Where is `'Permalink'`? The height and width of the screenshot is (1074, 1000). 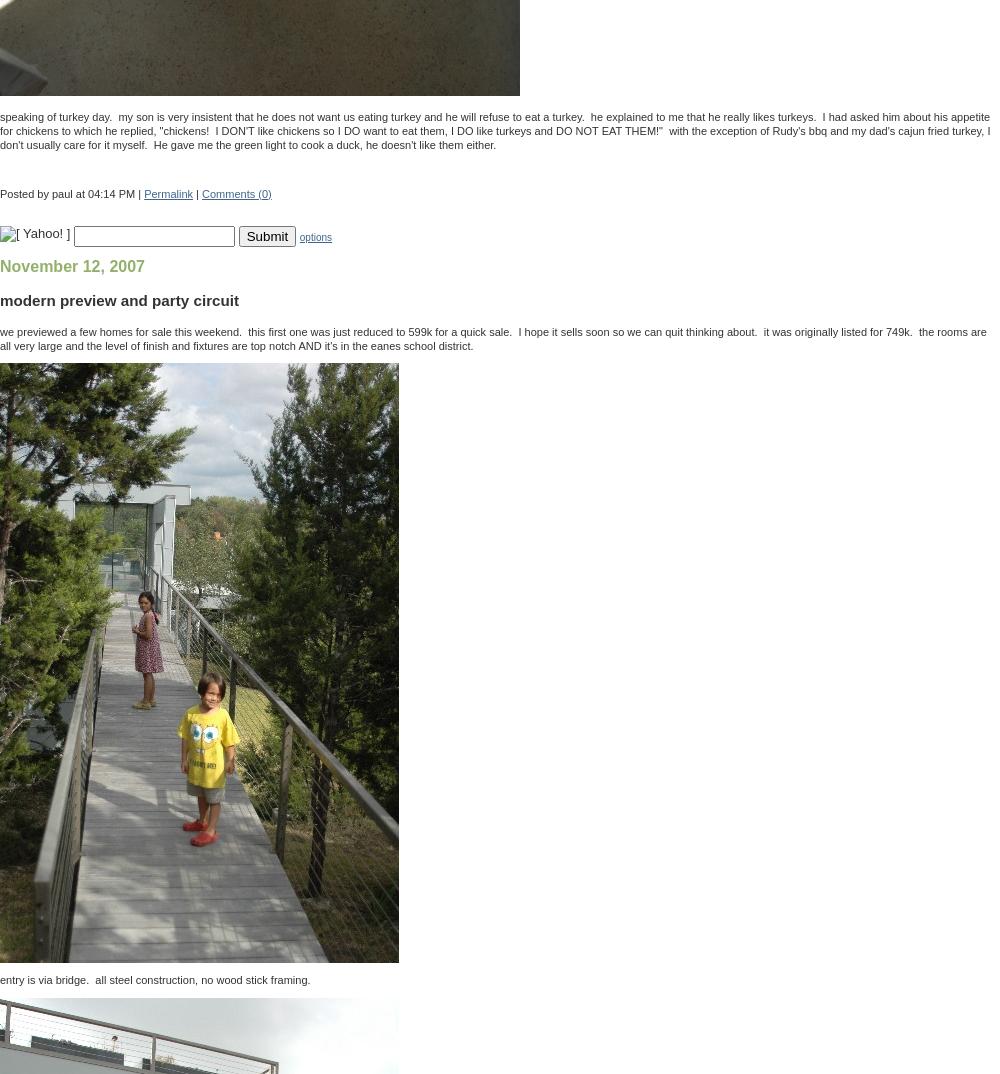 'Permalink' is located at coordinates (168, 192).